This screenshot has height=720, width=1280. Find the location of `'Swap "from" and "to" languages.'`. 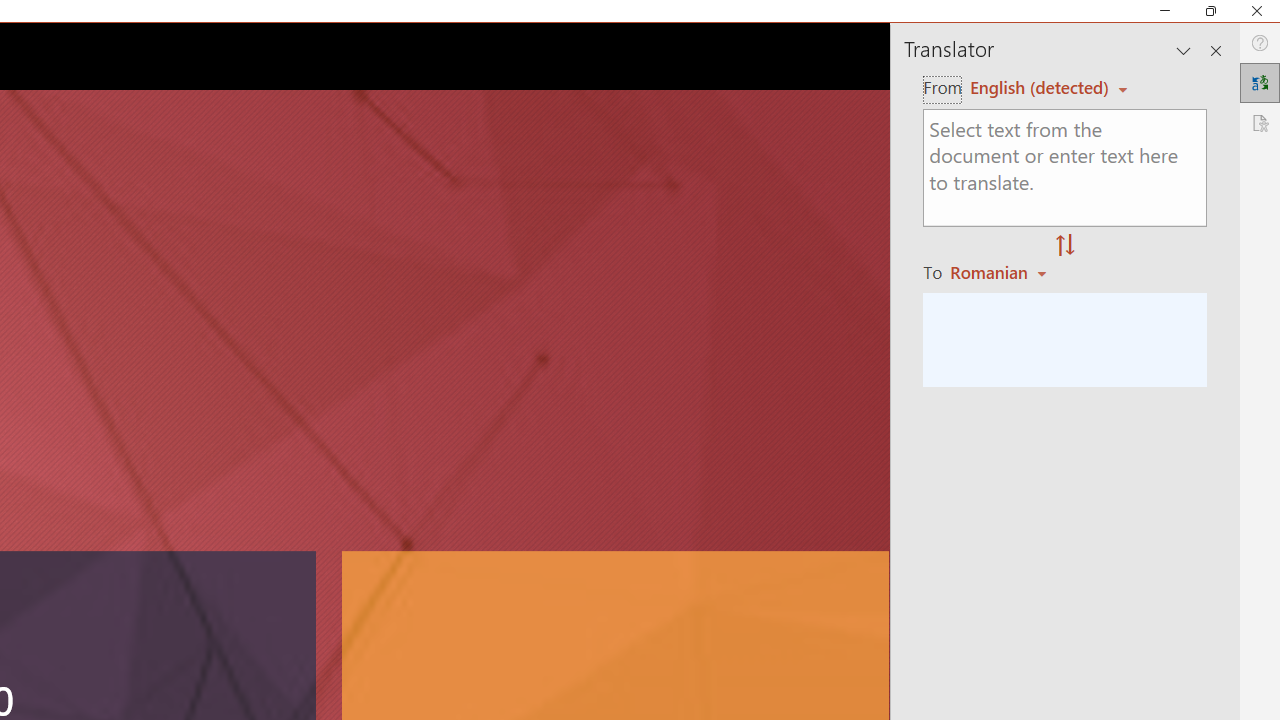

'Swap "from" and "to" languages.' is located at coordinates (1064, 244).